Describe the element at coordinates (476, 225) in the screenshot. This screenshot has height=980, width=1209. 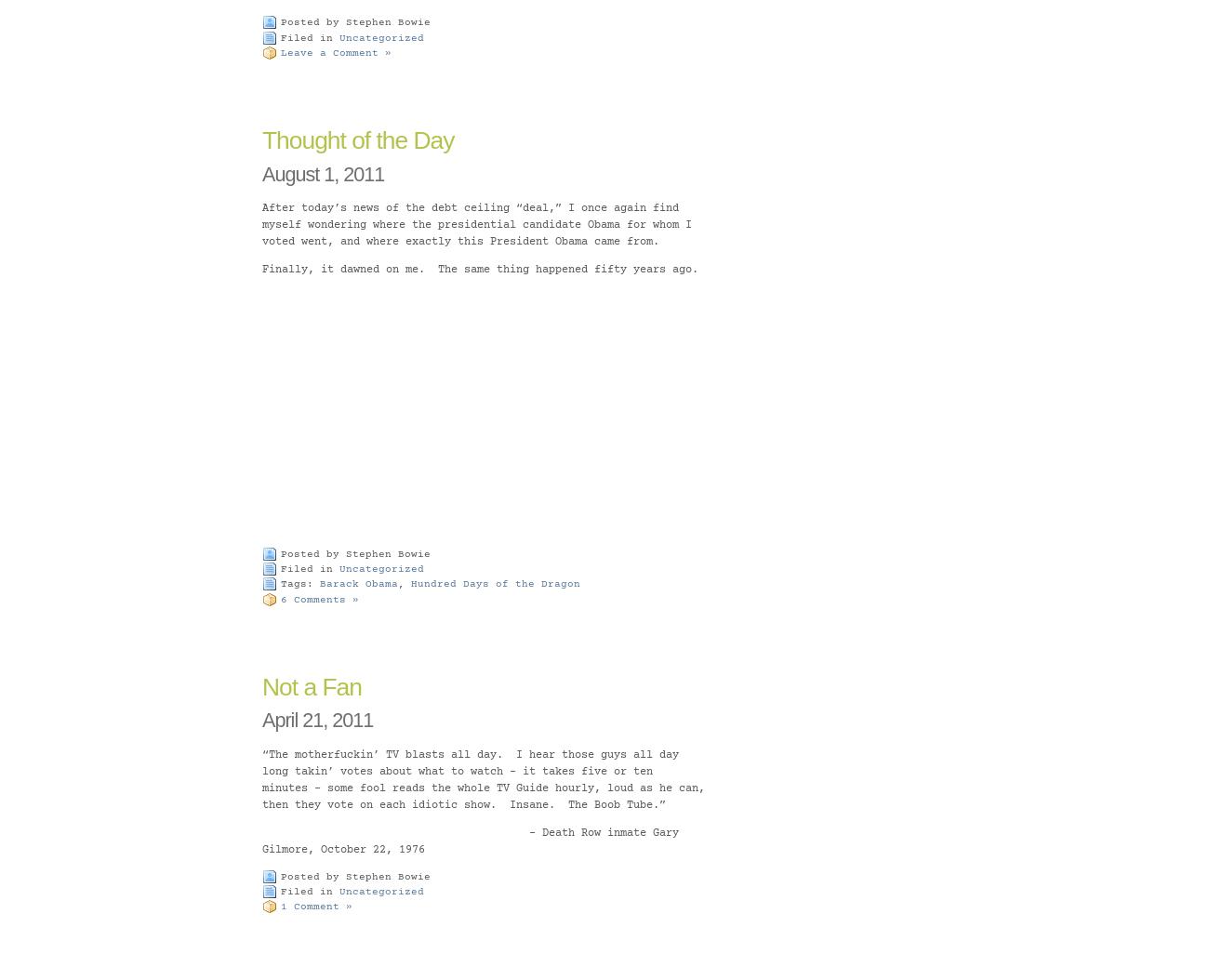
I see `'After today’s news of the debt ceiling “deal,” I once again find myself wondering where the presidential candidate Obama for whom I voted went, and where exactly this President Obama came from.'` at that location.